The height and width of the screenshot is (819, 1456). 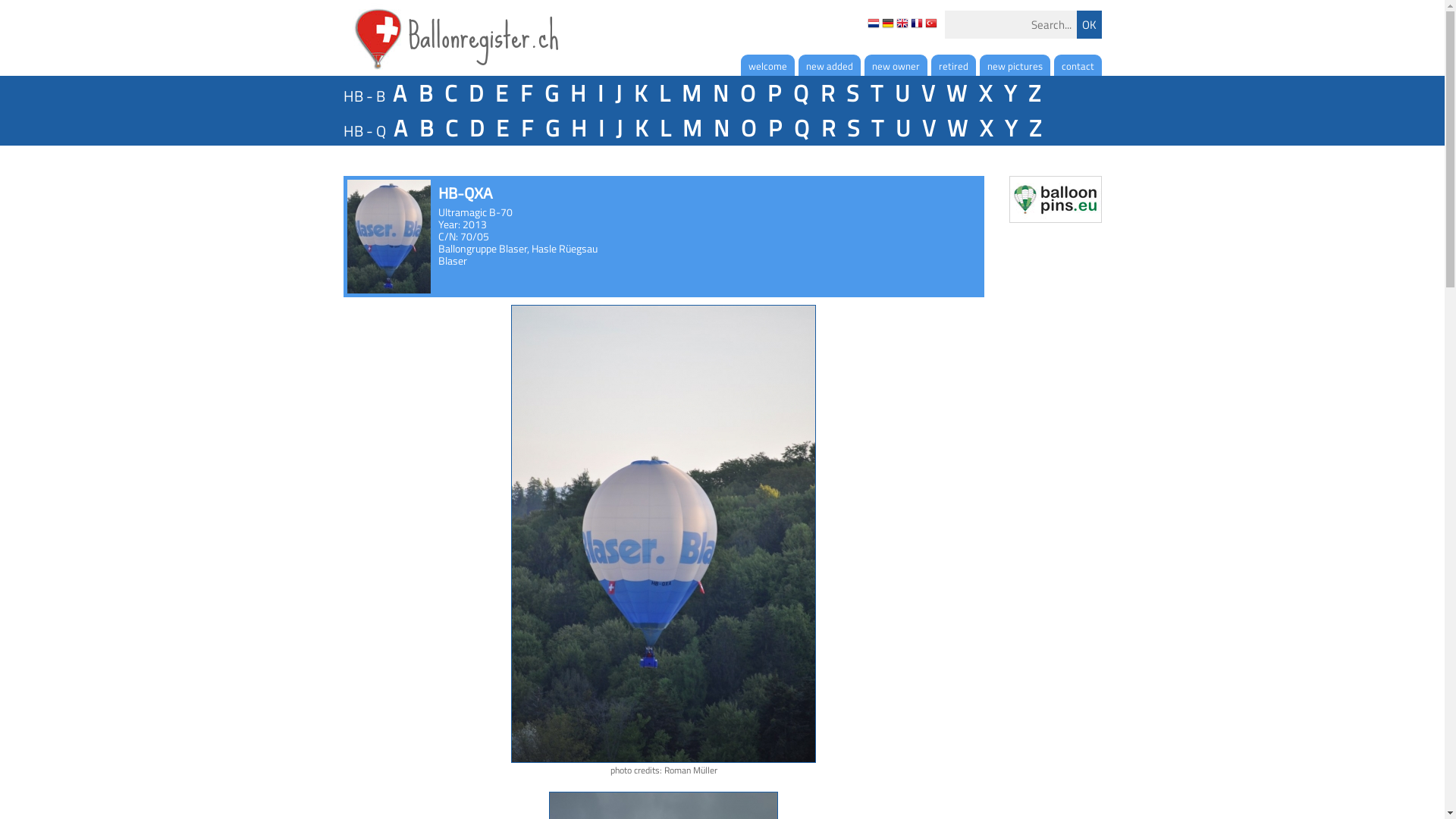 What do you see at coordinates (550, 127) in the screenshot?
I see `'G'` at bounding box center [550, 127].